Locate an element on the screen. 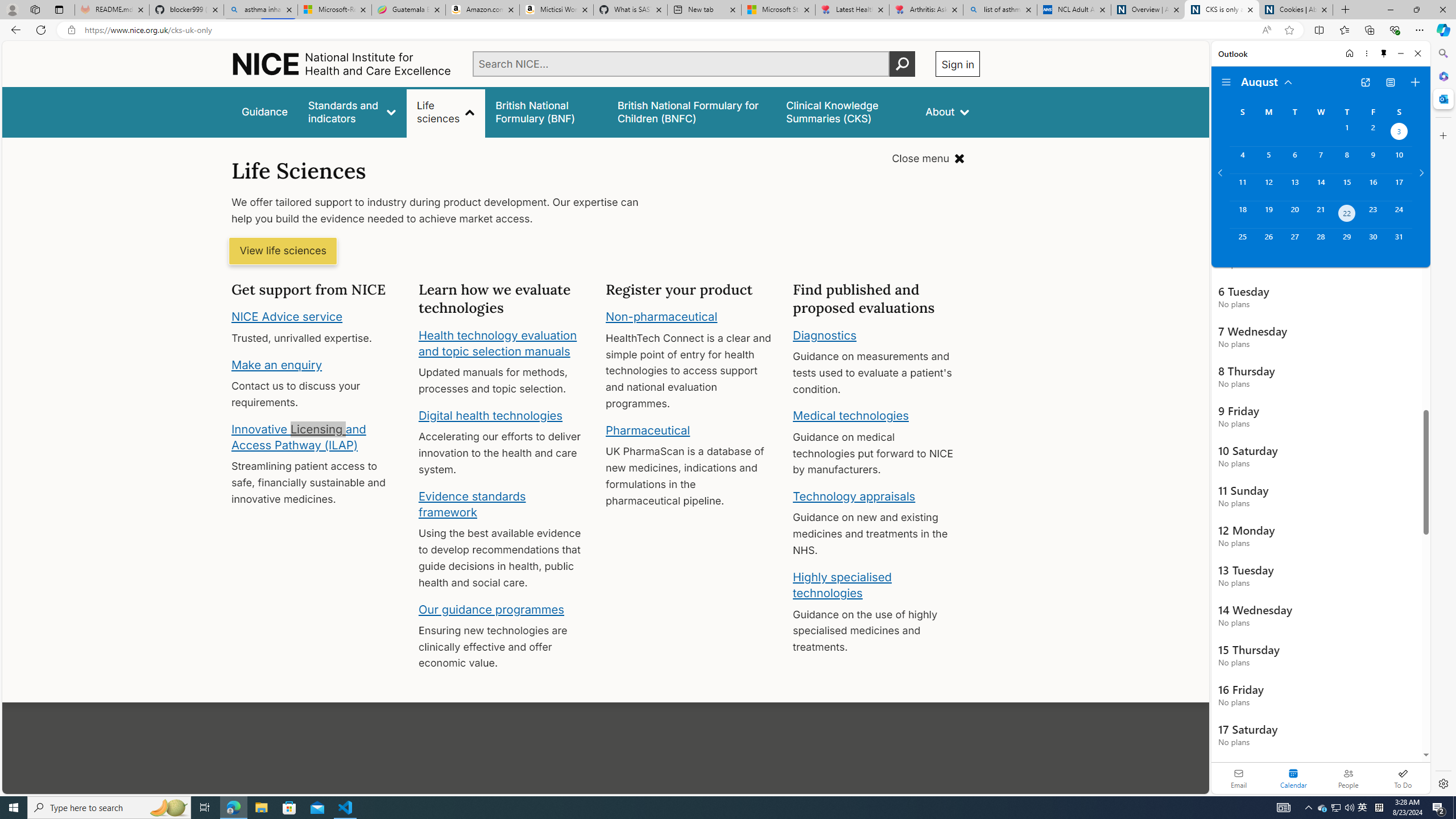 The width and height of the screenshot is (1456, 819). 'Wednesday, August 21, 2024. ' is located at coordinates (1319, 214).